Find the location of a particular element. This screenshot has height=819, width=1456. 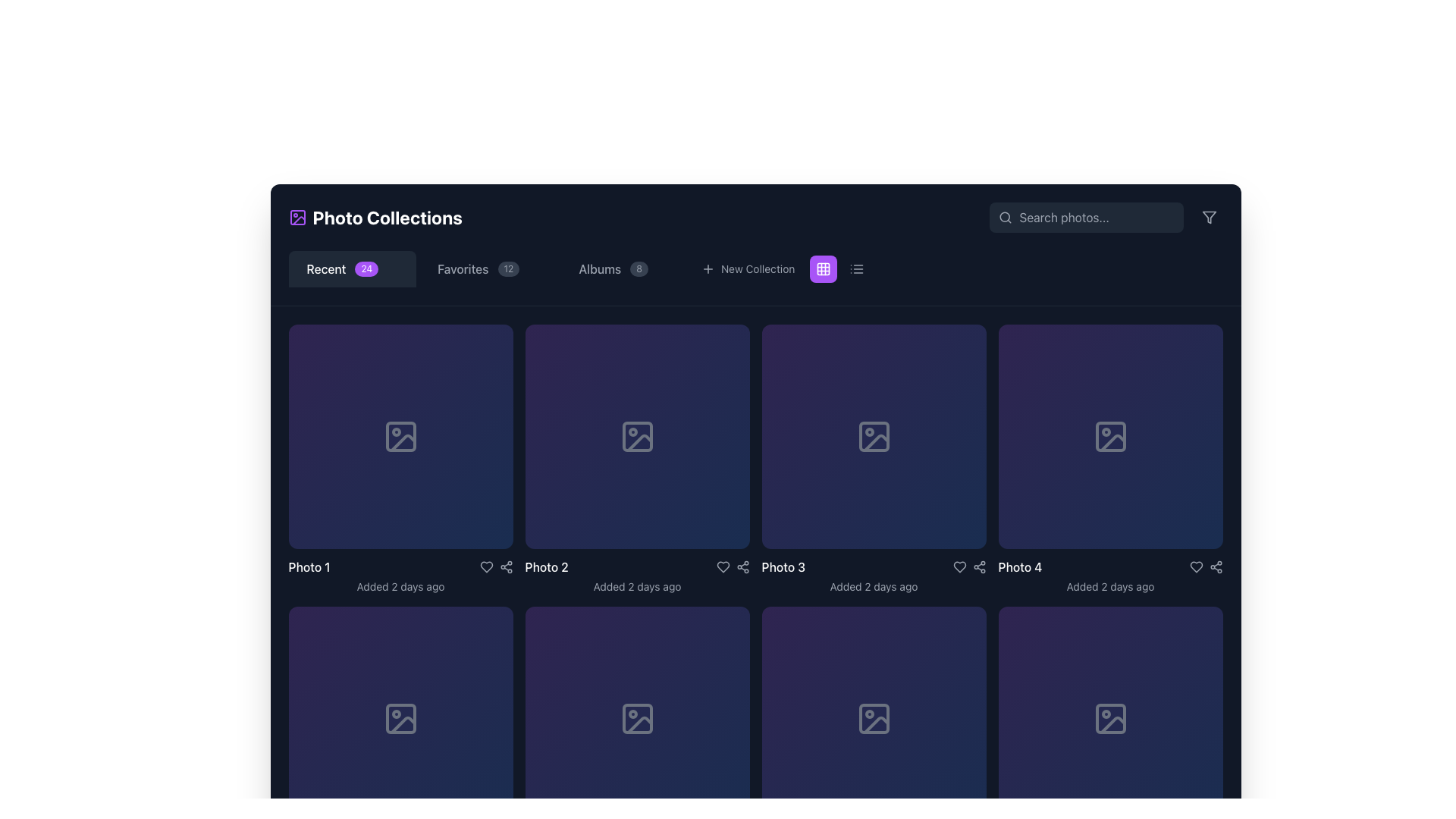

the like or favorite button located to the right of the 'Photo 4' label, which marks the associated photo as a favorite is located at coordinates (1195, 567).